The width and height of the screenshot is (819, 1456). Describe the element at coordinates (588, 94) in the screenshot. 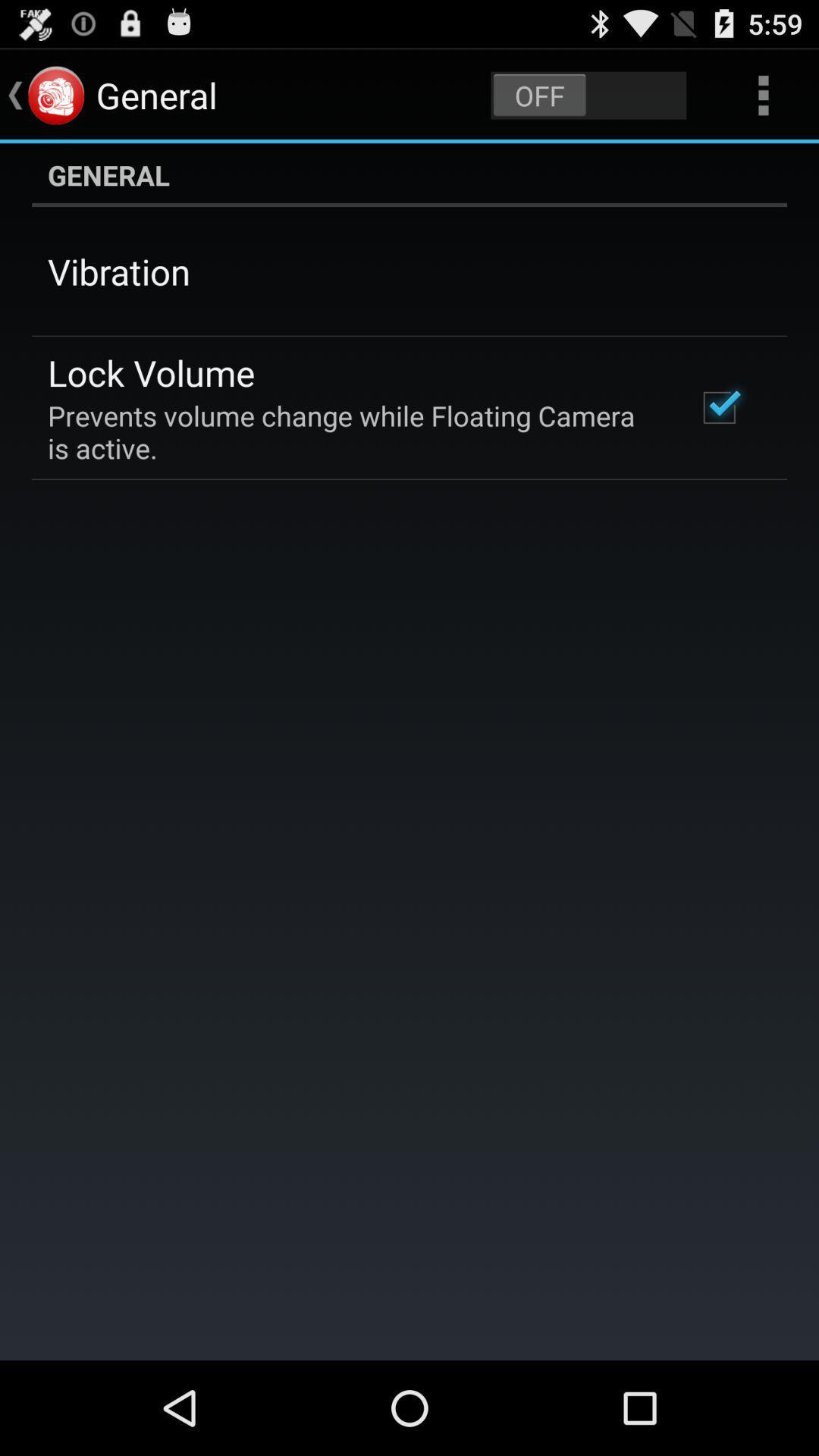

I see `on off toggle` at that location.